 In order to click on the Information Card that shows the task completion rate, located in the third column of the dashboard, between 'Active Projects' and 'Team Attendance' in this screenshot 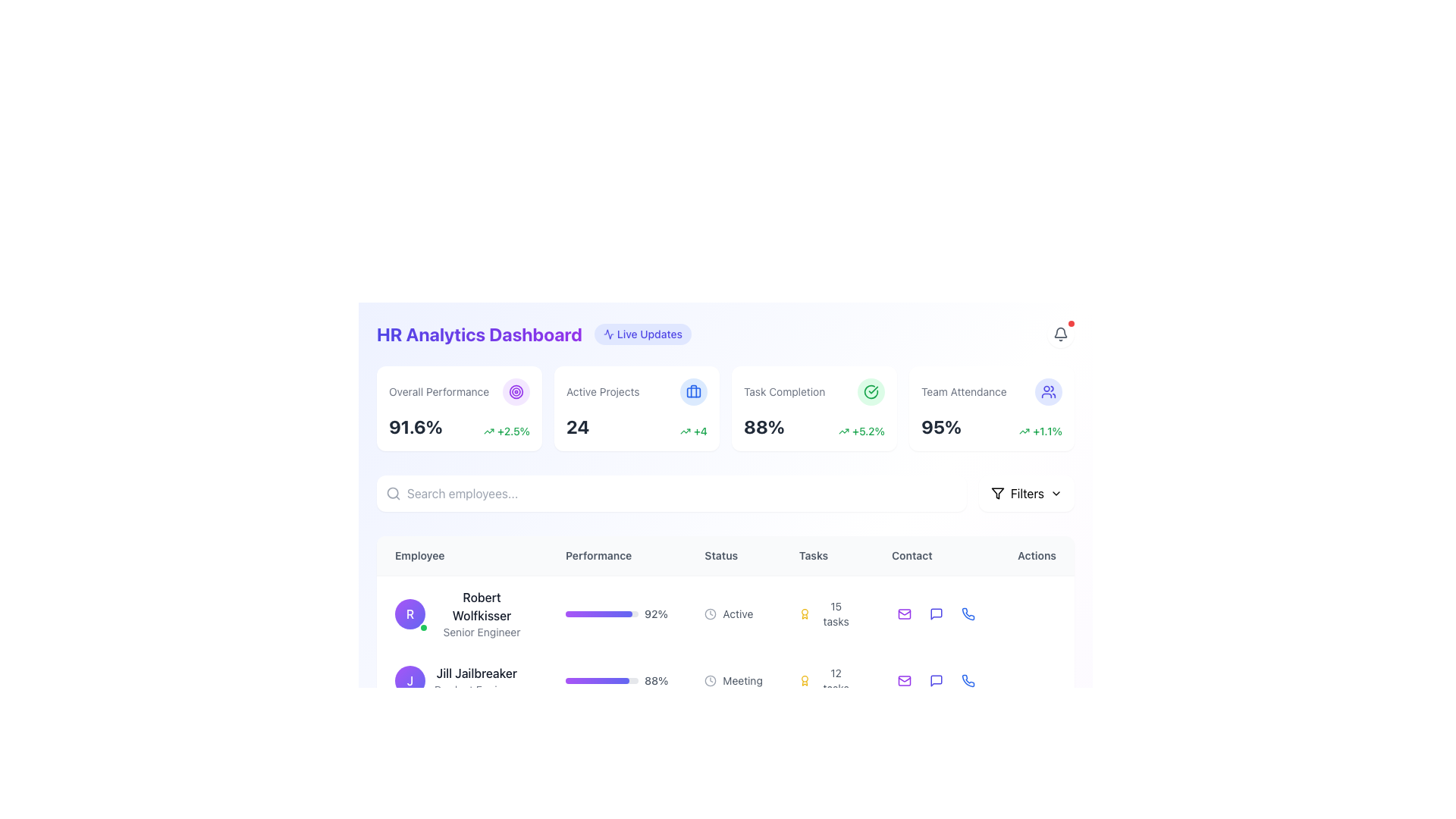, I will do `click(814, 408)`.